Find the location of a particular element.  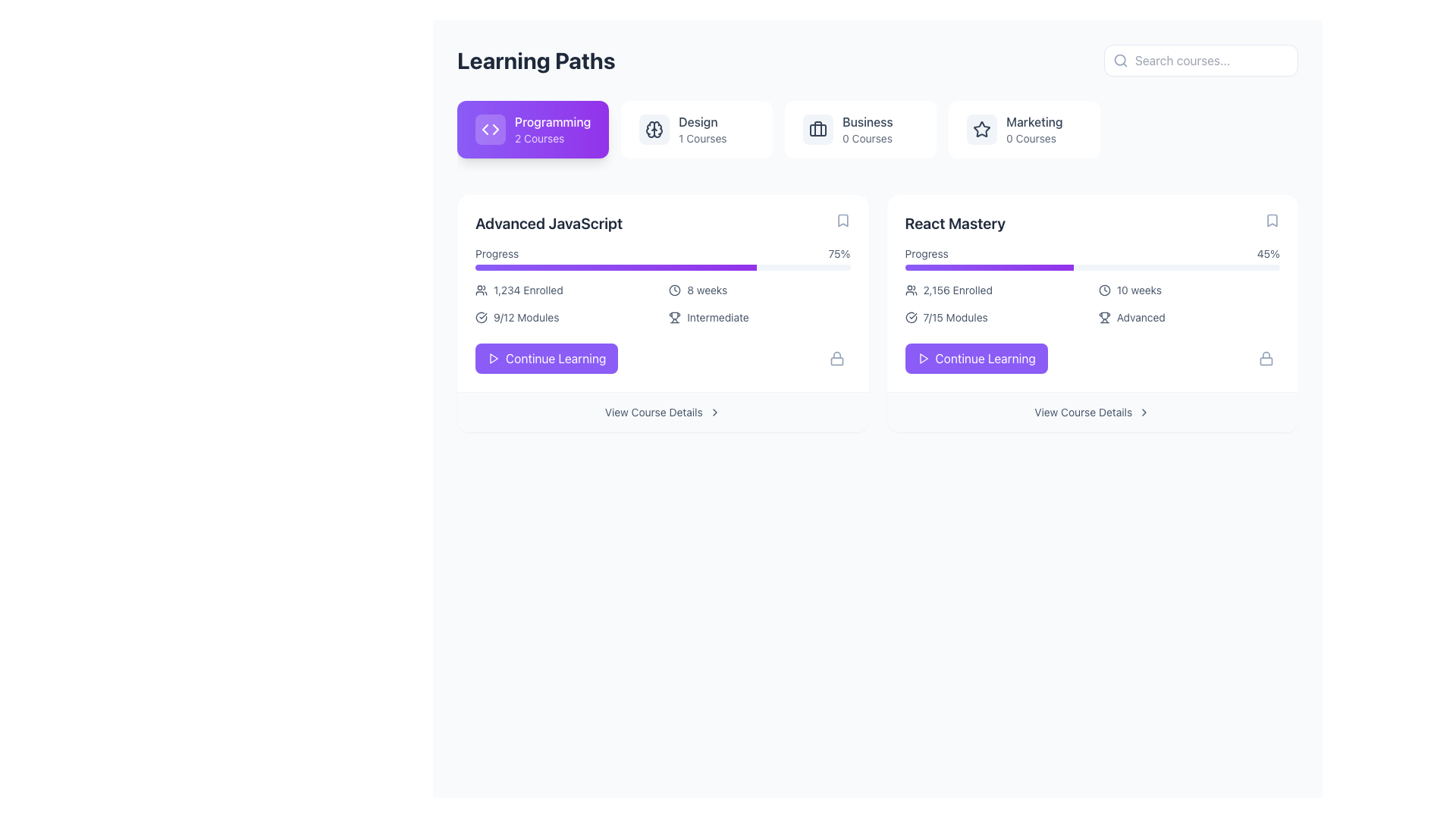

the small circular icon with a check mark inside, which is located to the immediate left of the text '7/15 Modules' within the 'React Mastery' course card is located at coordinates (910, 317).